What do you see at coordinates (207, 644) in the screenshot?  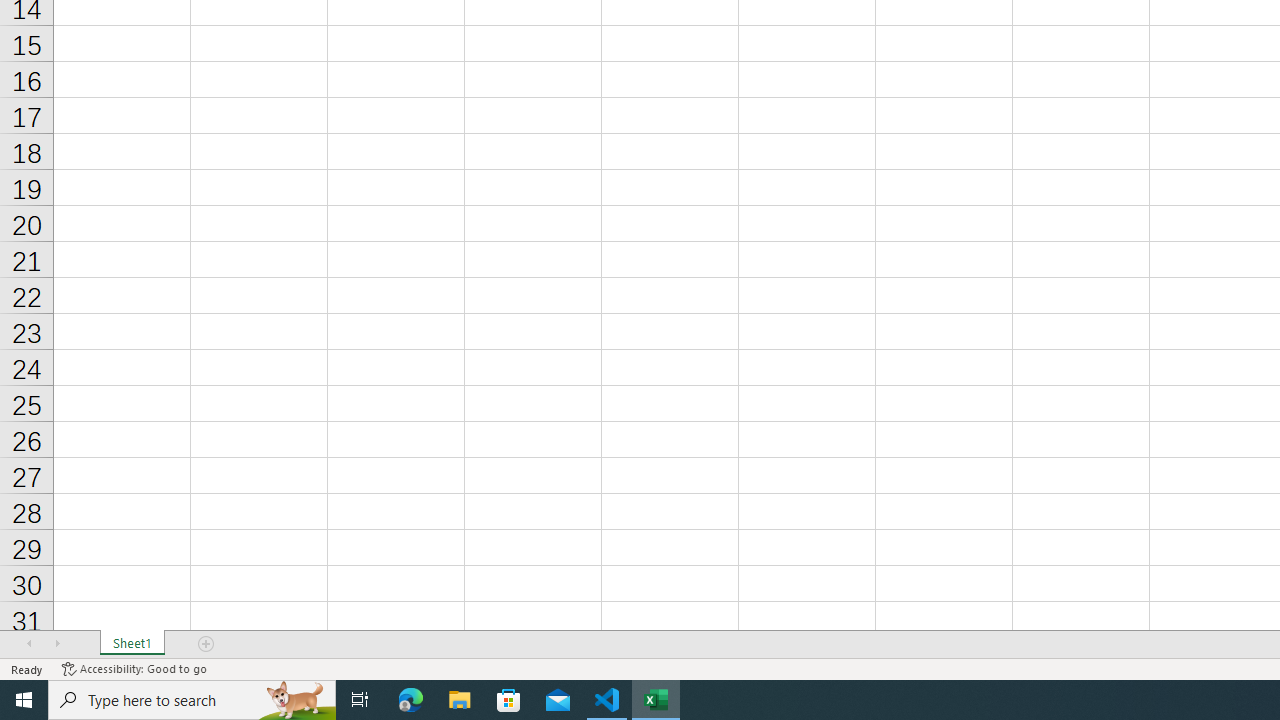 I see `'Add Sheet'` at bounding box center [207, 644].